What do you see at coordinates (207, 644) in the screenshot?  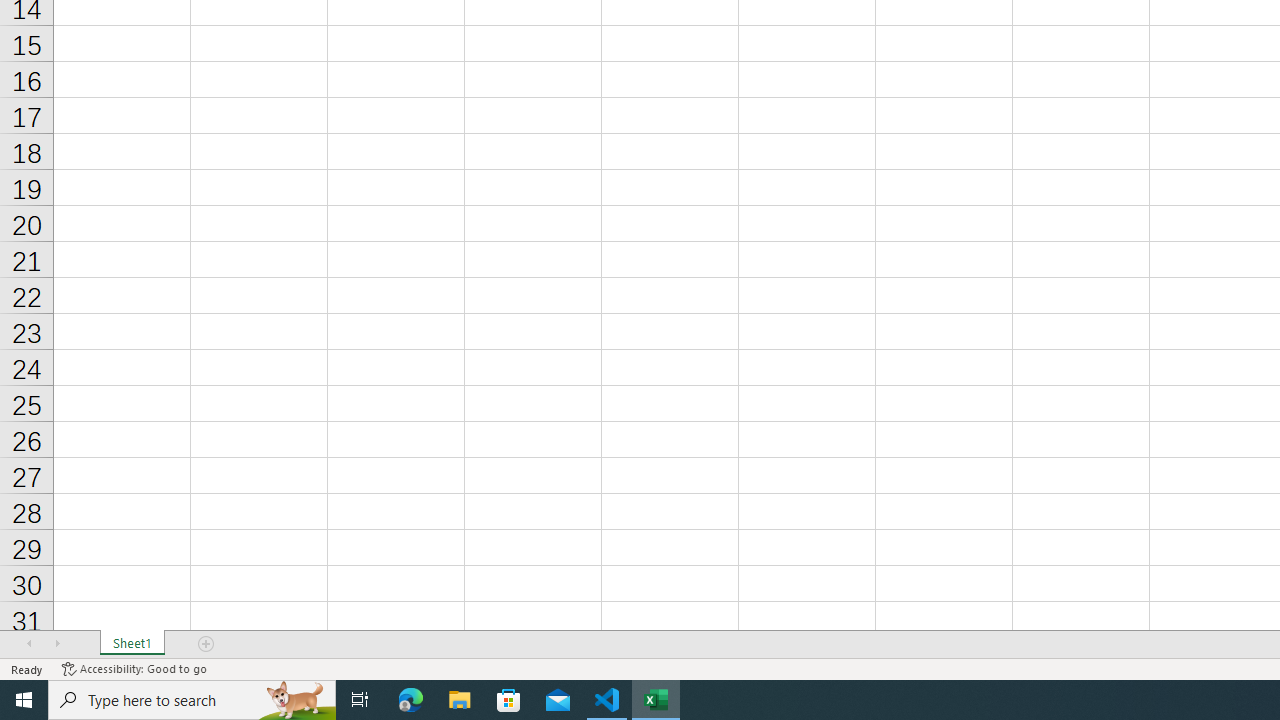 I see `'Add Sheet'` at bounding box center [207, 644].